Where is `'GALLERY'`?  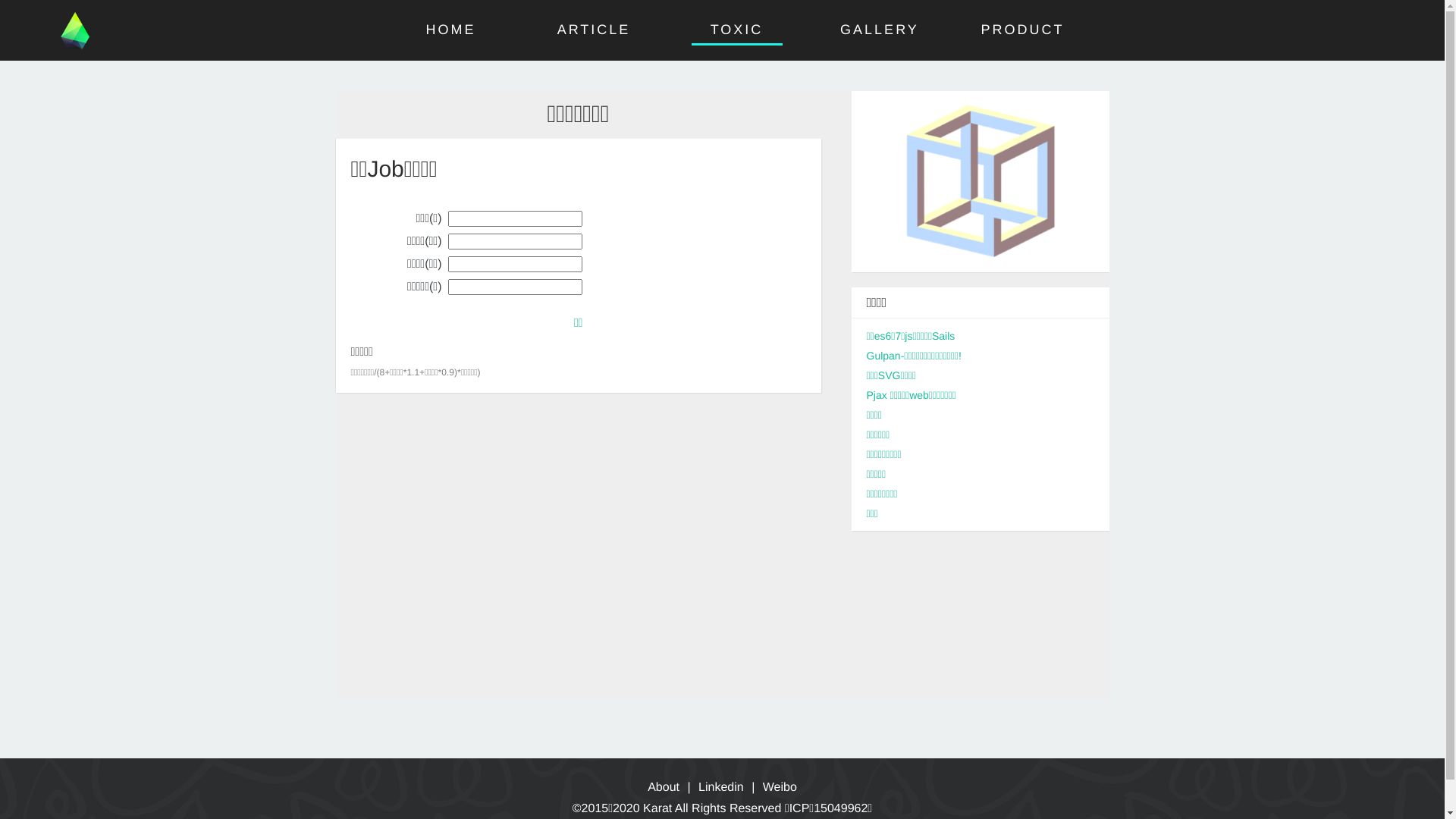 'GALLERY' is located at coordinates (880, 29).